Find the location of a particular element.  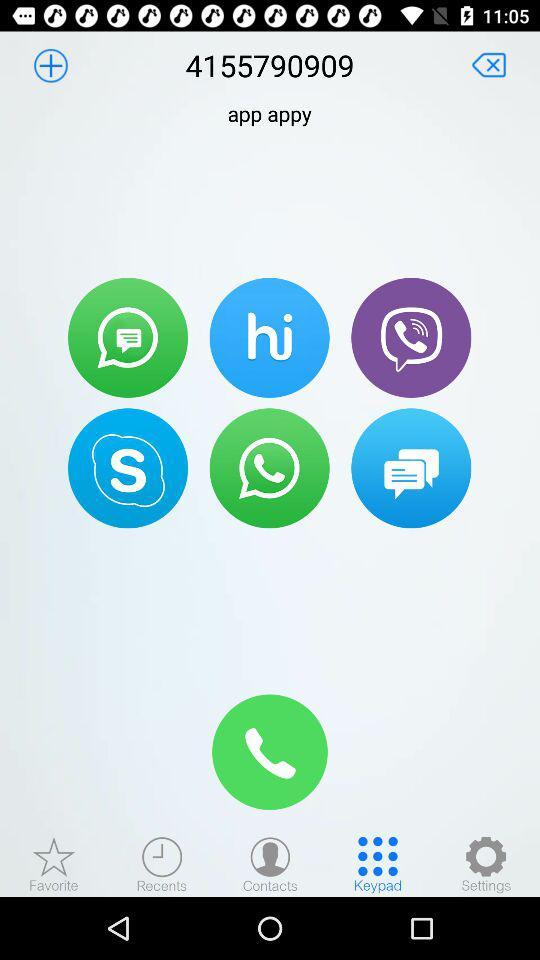

this button is used to make calls is located at coordinates (269, 468).